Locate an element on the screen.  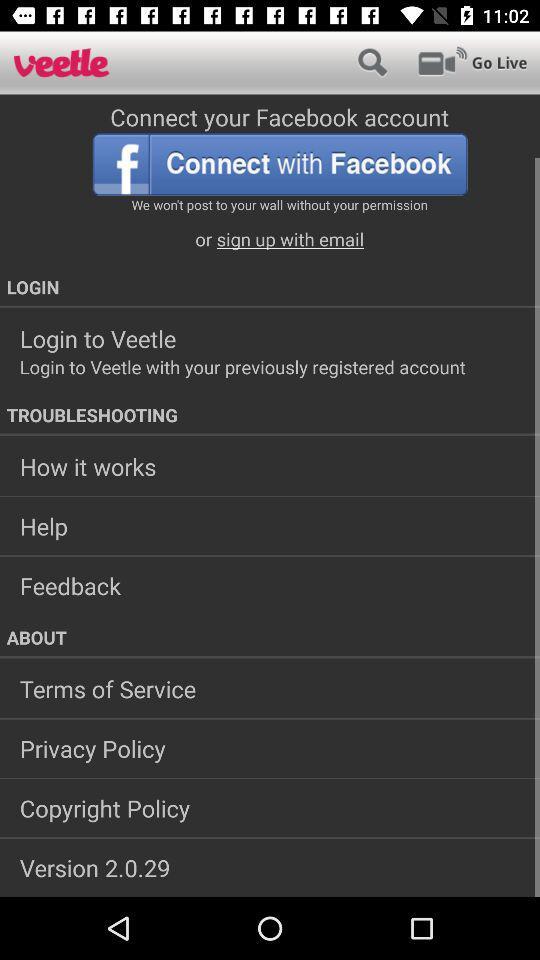
icon below help is located at coordinates (270, 585).